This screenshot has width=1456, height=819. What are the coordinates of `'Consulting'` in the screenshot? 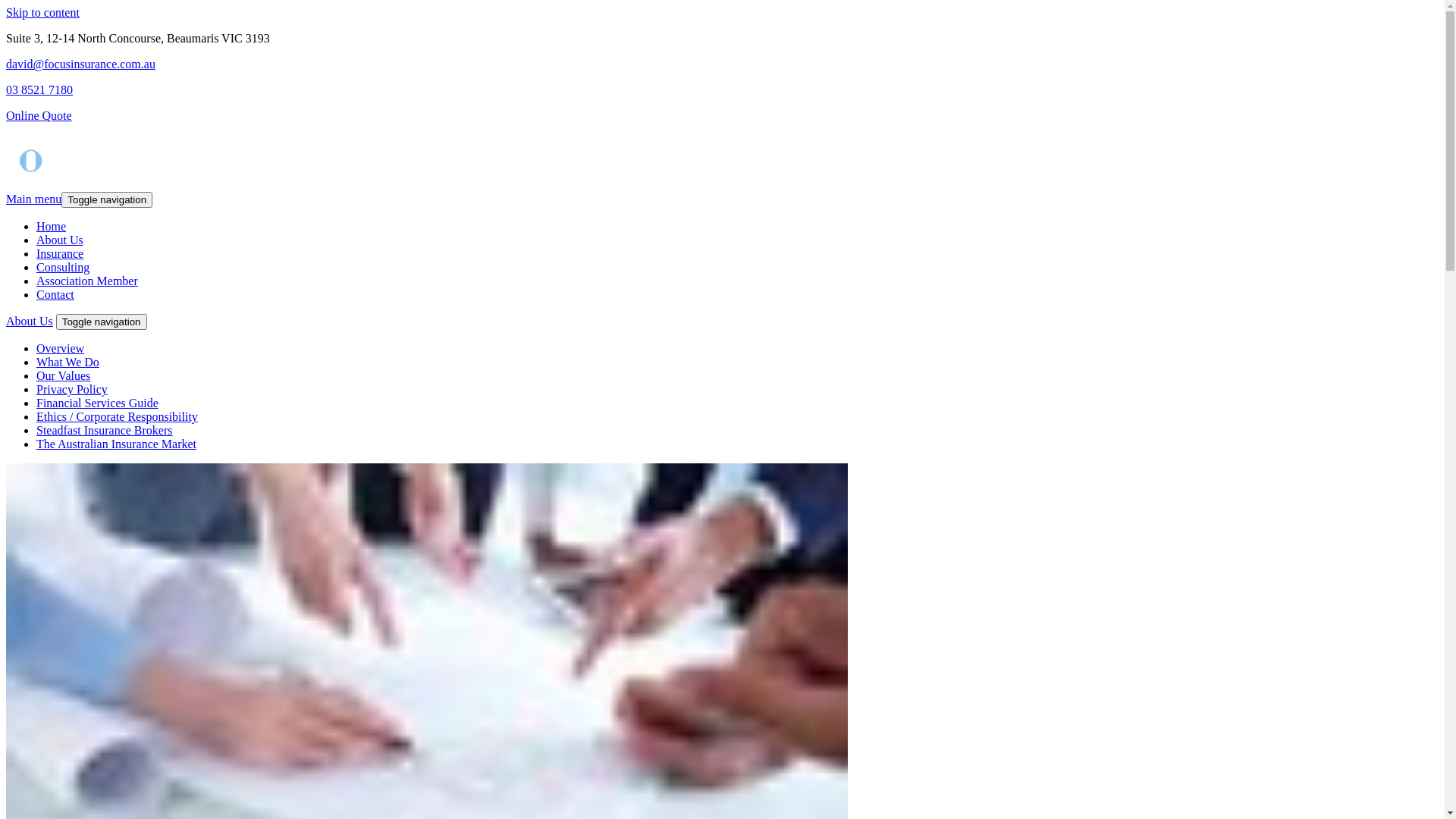 It's located at (61, 266).